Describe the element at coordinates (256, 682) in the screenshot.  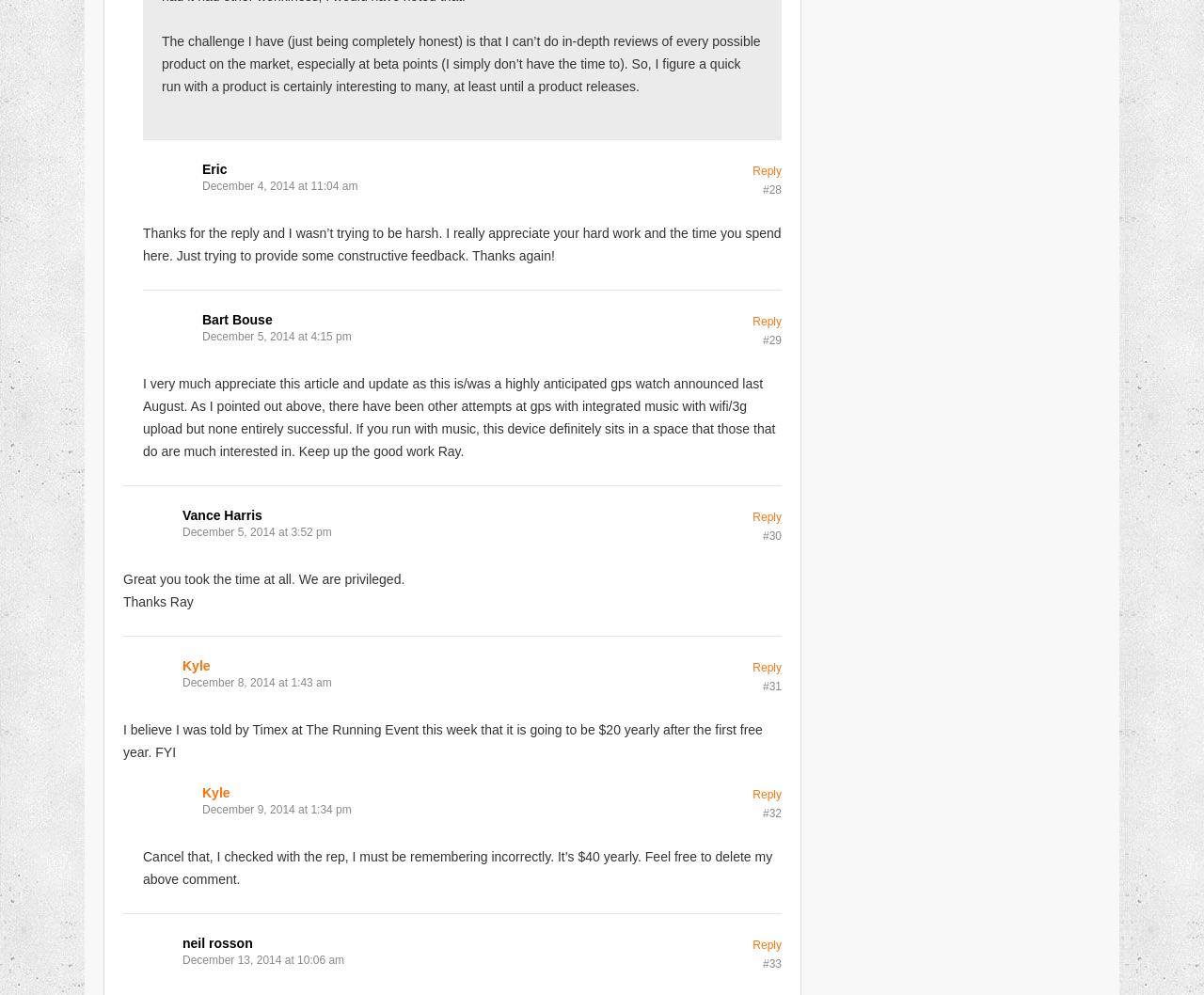
I see `'December 8, 2014 at 1:43 am'` at that location.